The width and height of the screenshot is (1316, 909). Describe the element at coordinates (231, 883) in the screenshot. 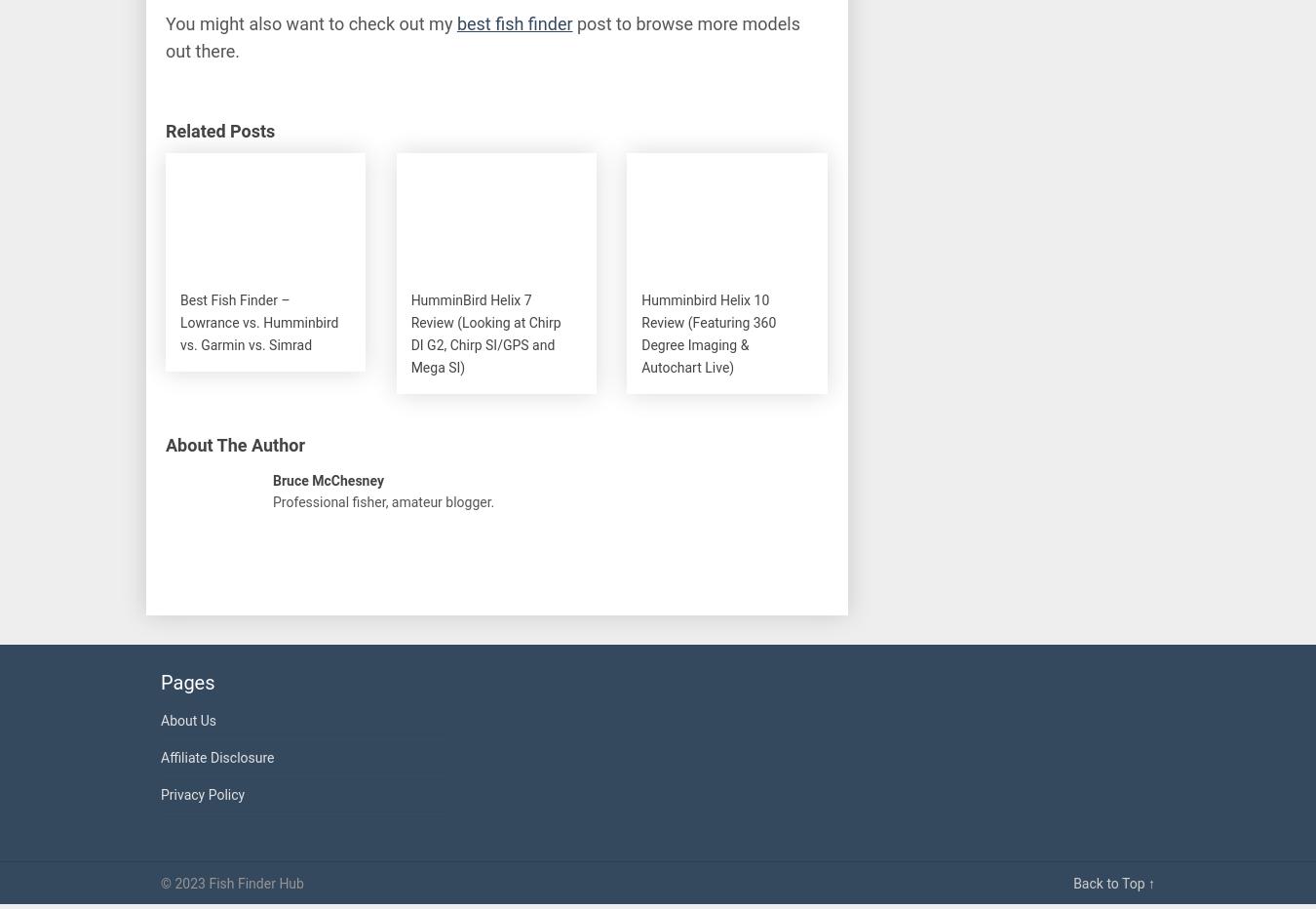

I see `'© 2023 Fish Finder Hub'` at that location.